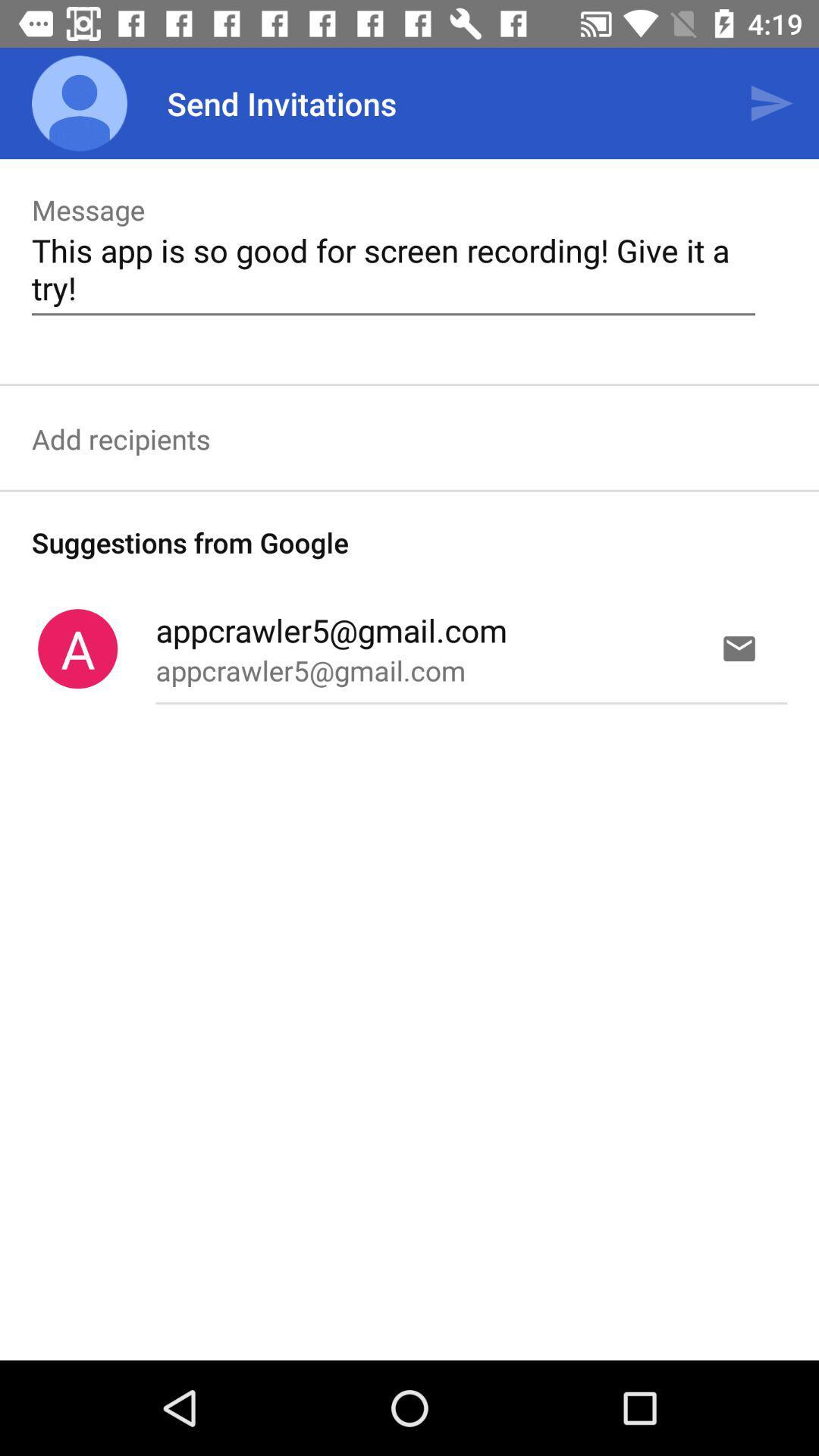  I want to click on the symbol which is beside appcrawler5gmailcom, so click(77, 648).